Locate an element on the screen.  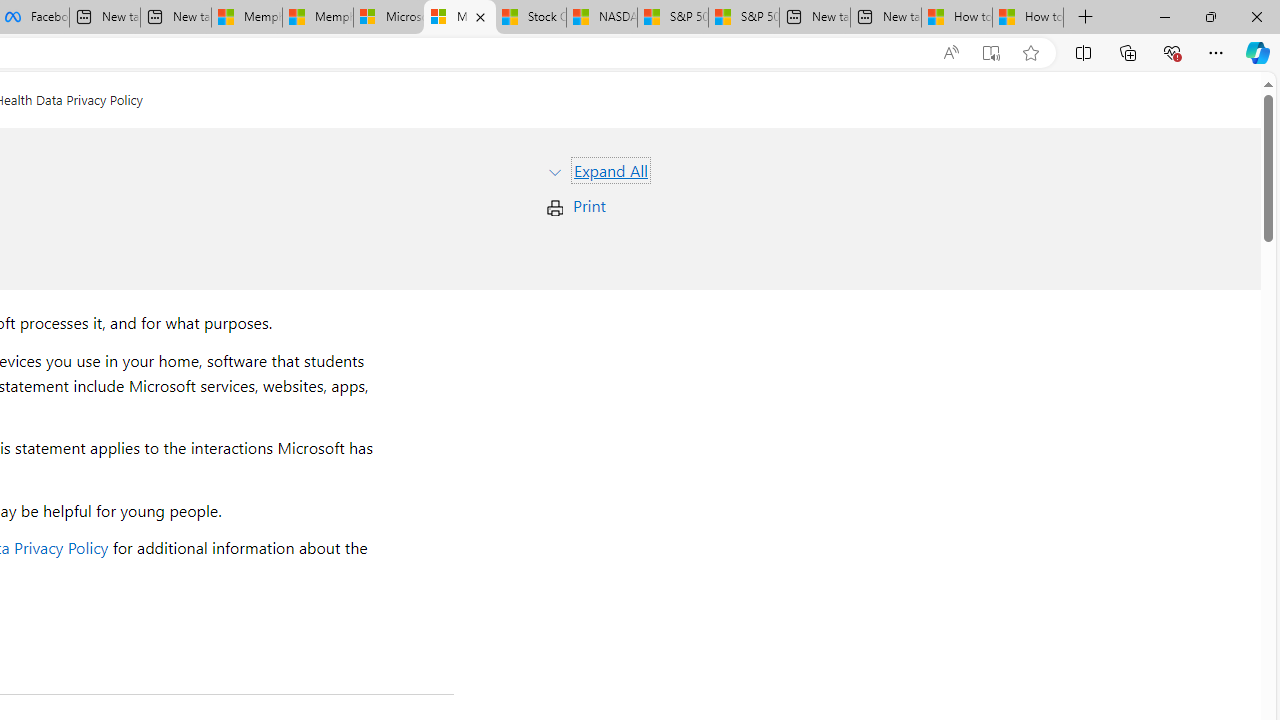
'Add this page to favorites (Ctrl+D)' is located at coordinates (1031, 52).